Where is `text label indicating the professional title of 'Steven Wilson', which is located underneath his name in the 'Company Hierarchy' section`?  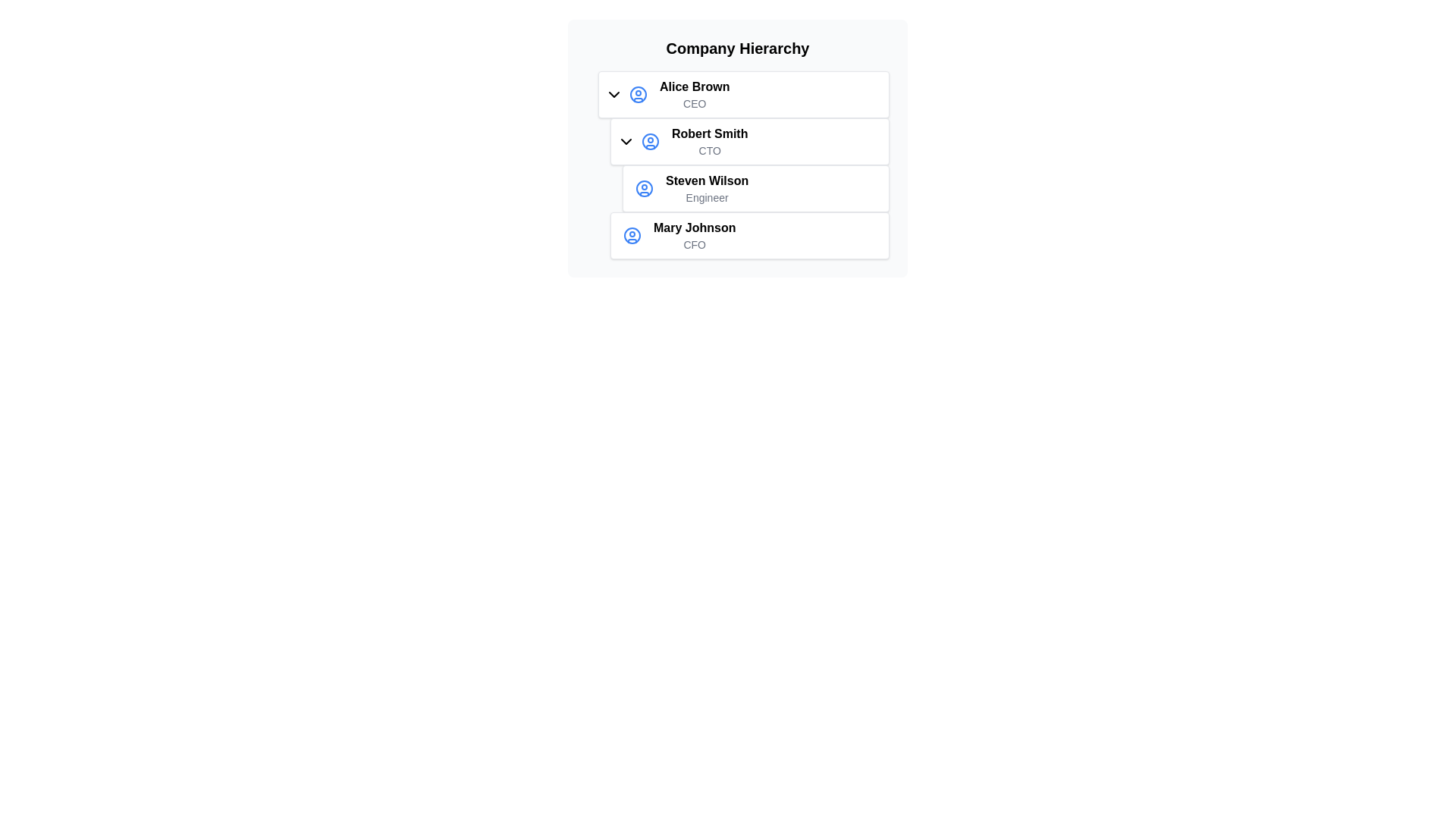
text label indicating the professional title of 'Steven Wilson', which is located underneath his name in the 'Company Hierarchy' section is located at coordinates (706, 197).